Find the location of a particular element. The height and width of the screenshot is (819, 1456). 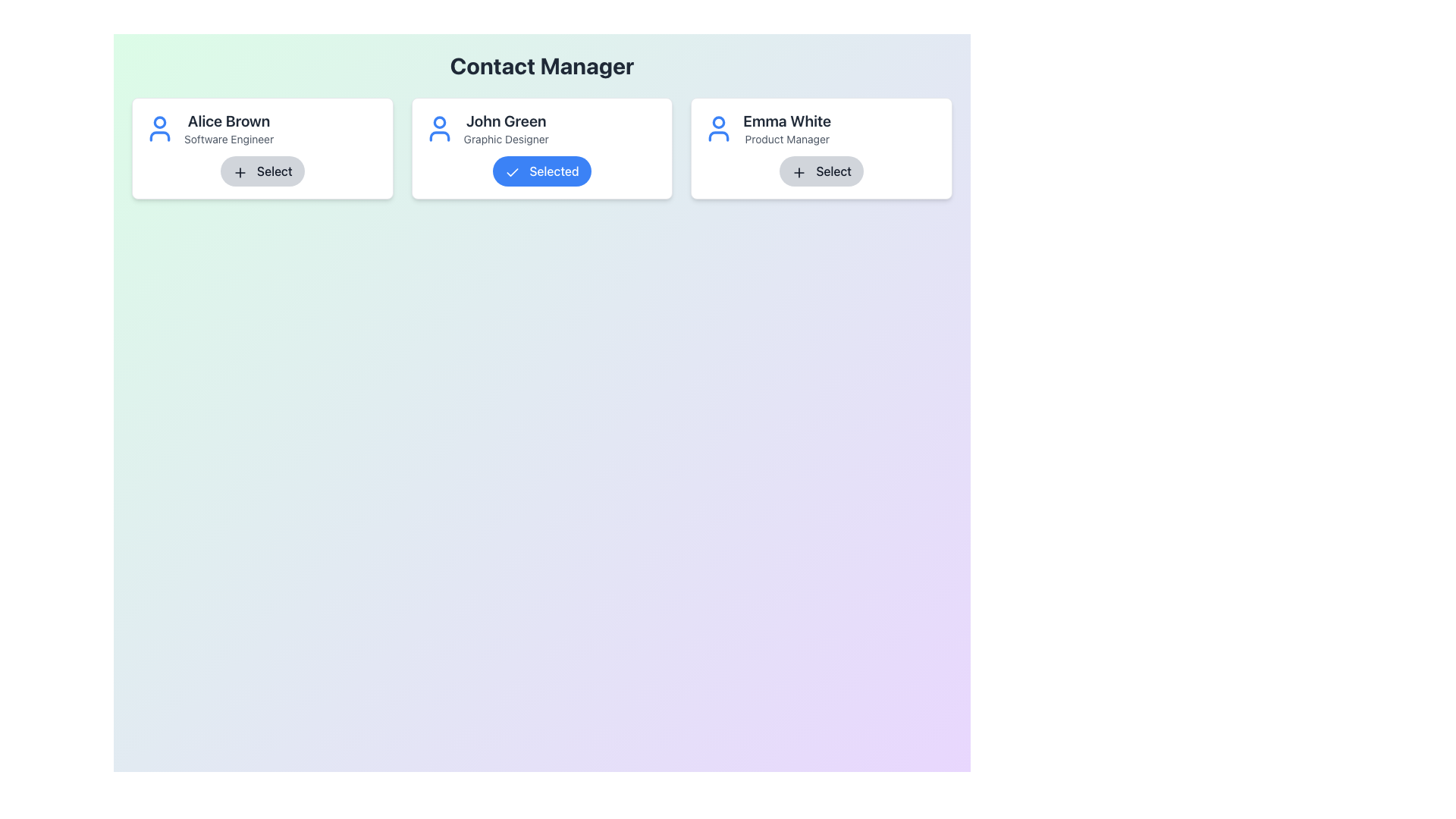

the Decorative SVG Shape that visually indicates a component of Alice Brown's profile icon, located within the upper section of the profile card is located at coordinates (160, 121).